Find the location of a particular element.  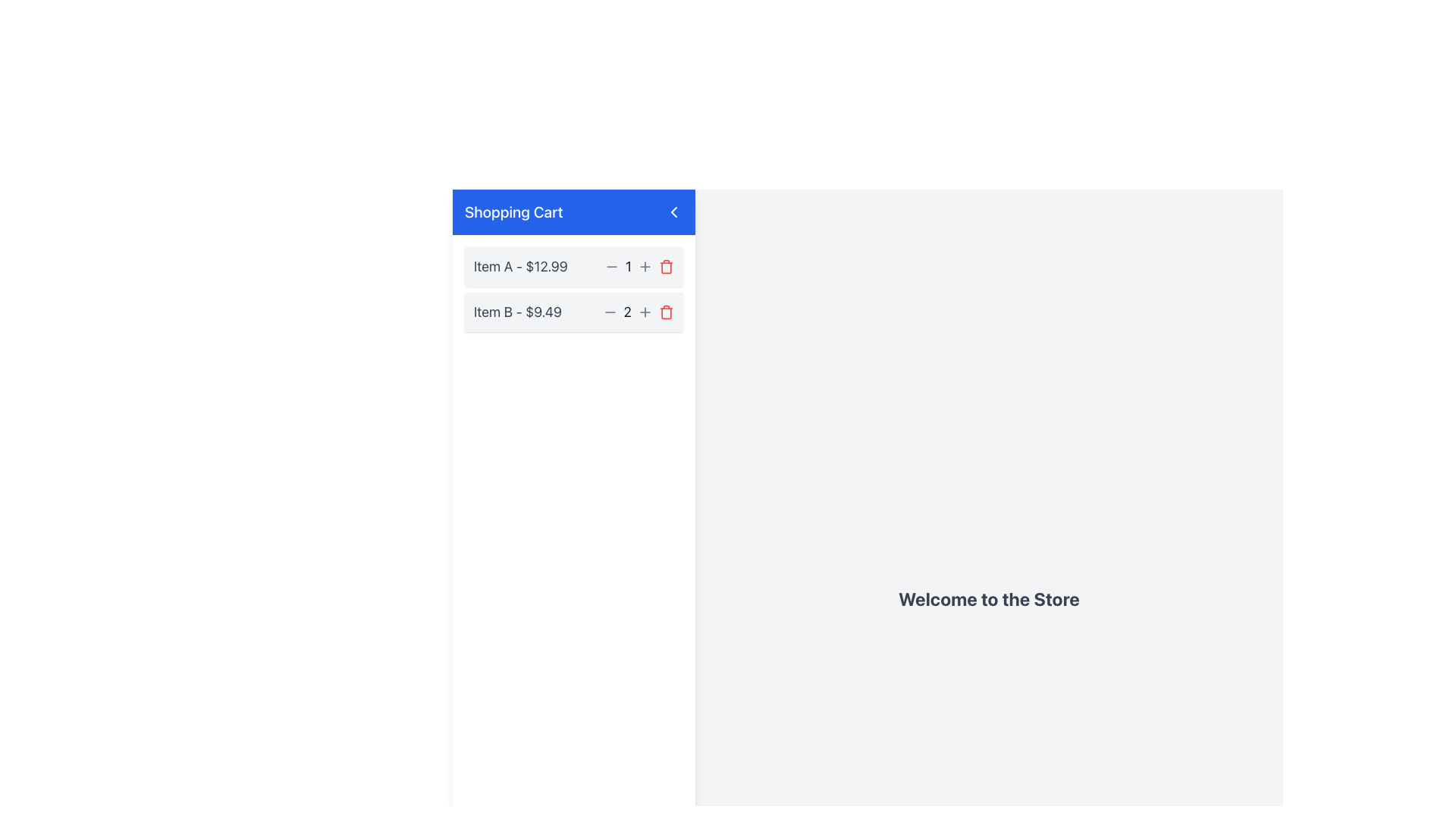

the vertical rectangular trash can icon located near the right edge of the shopping cart item for 'Item B' to initiate a delete action is located at coordinates (666, 312).